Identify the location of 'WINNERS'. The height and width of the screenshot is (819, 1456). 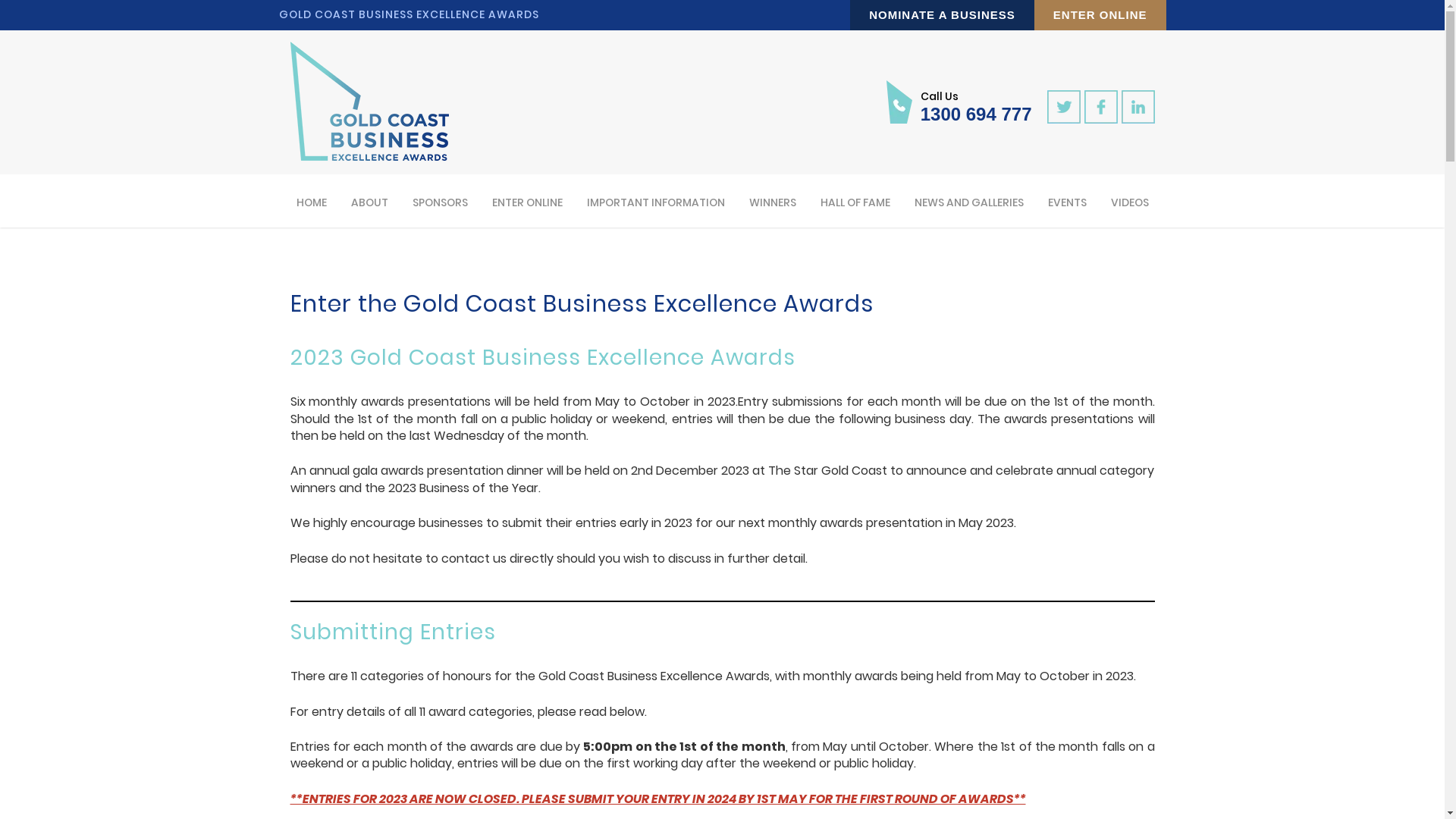
(771, 200).